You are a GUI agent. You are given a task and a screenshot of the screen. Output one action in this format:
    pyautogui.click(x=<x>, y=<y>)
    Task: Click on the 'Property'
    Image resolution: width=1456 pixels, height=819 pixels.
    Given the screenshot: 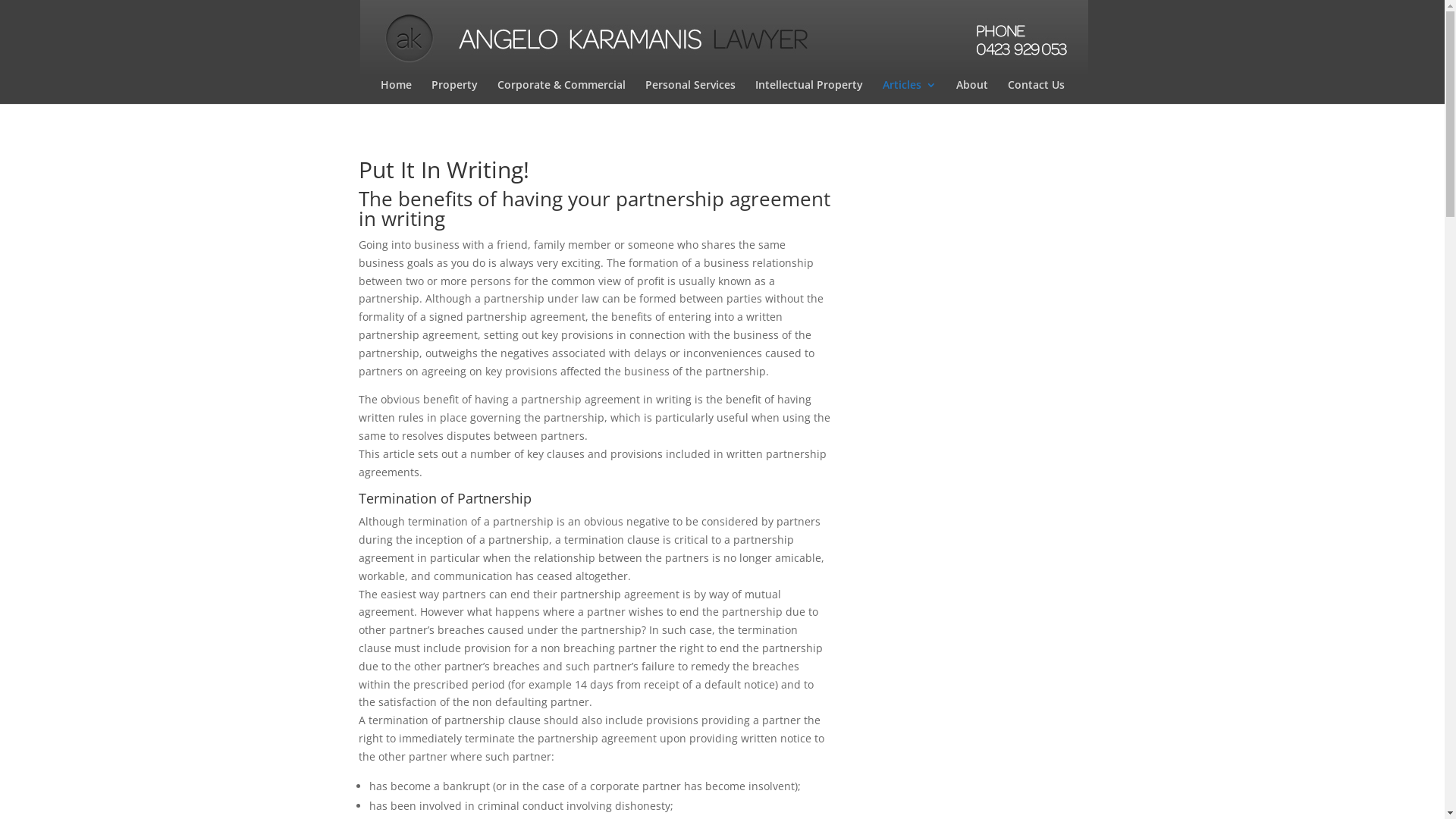 What is the action you would take?
    pyautogui.click(x=453, y=91)
    